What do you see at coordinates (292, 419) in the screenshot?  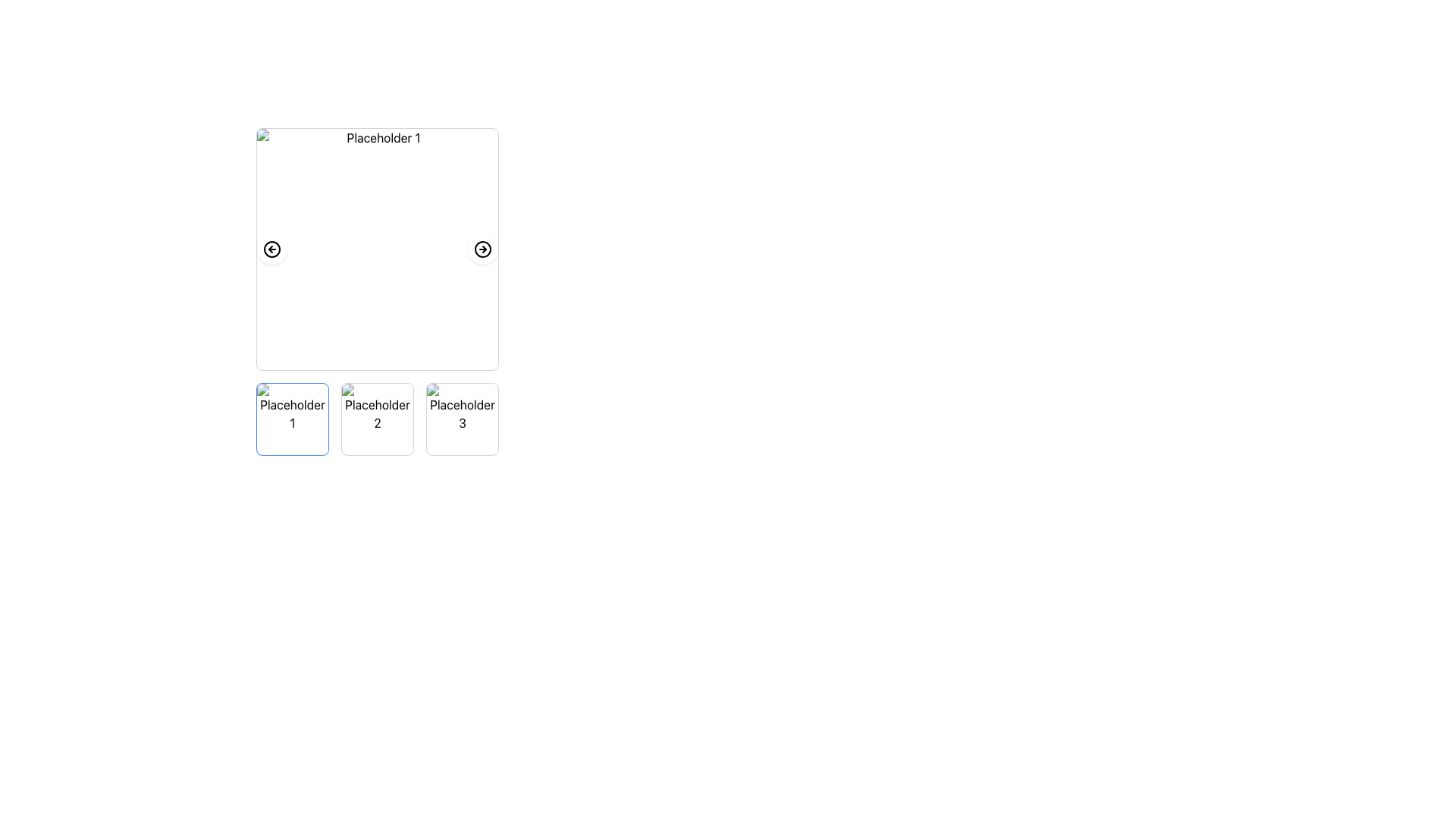 I see `the first selectable thumbnail component, which is a square image with a rounded blue border and labeled 'Placeholder 1'` at bounding box center [292, 419].